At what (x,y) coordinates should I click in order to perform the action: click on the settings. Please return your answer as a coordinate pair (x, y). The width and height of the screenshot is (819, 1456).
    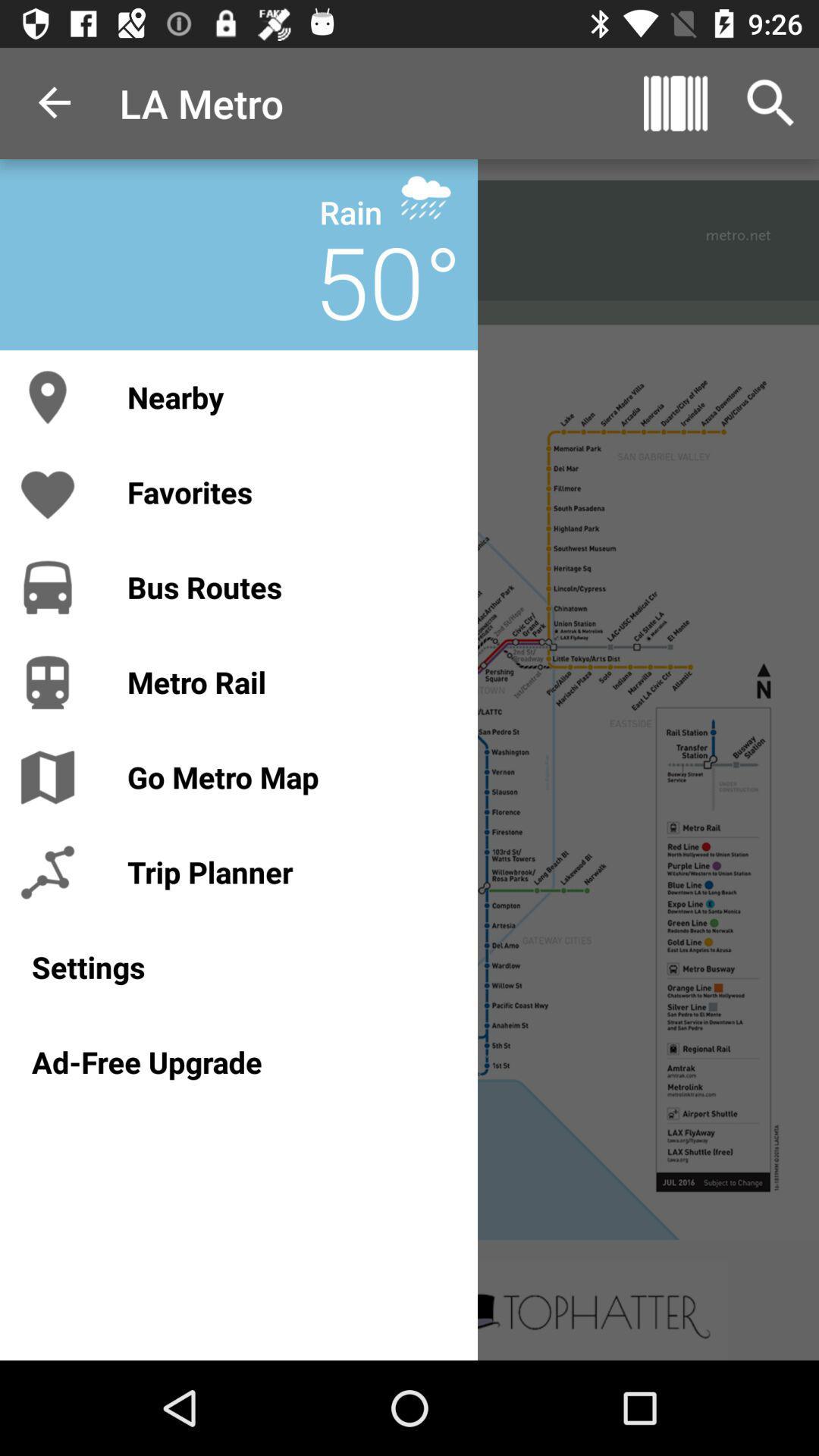
    Looking at the image, I should click on (239, 966).